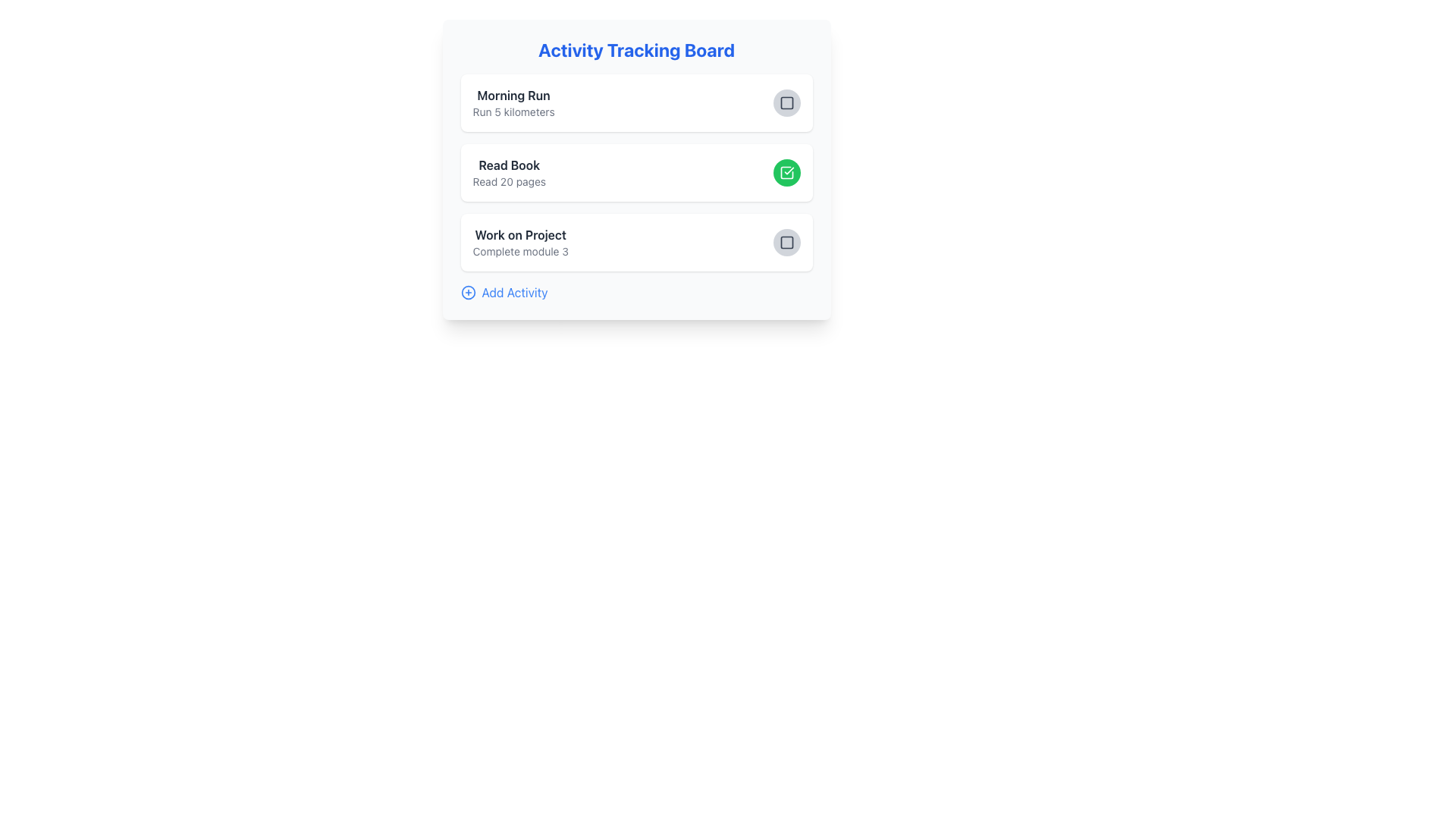 The height and width of the screenshot is (819, 1456). I want to click on the Text Label that describes the activity being tracked, located in the middle card of the vertically stacked activity cards, positioned above 'Read 20 pages', so click(509, 165).